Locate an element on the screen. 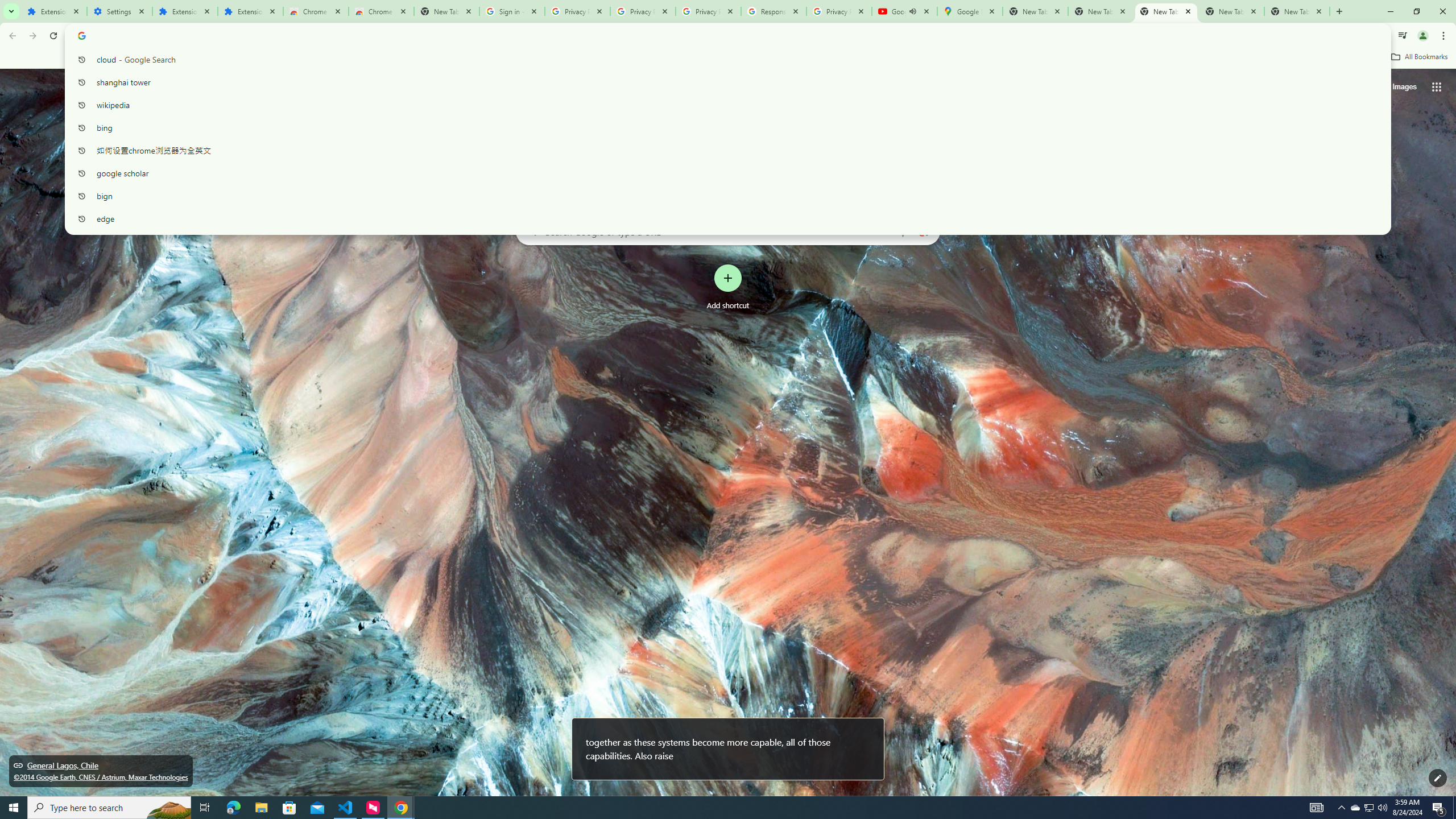 The image size is (1456, 819). 'Add shortcut' is located at coordinates (728, 287).